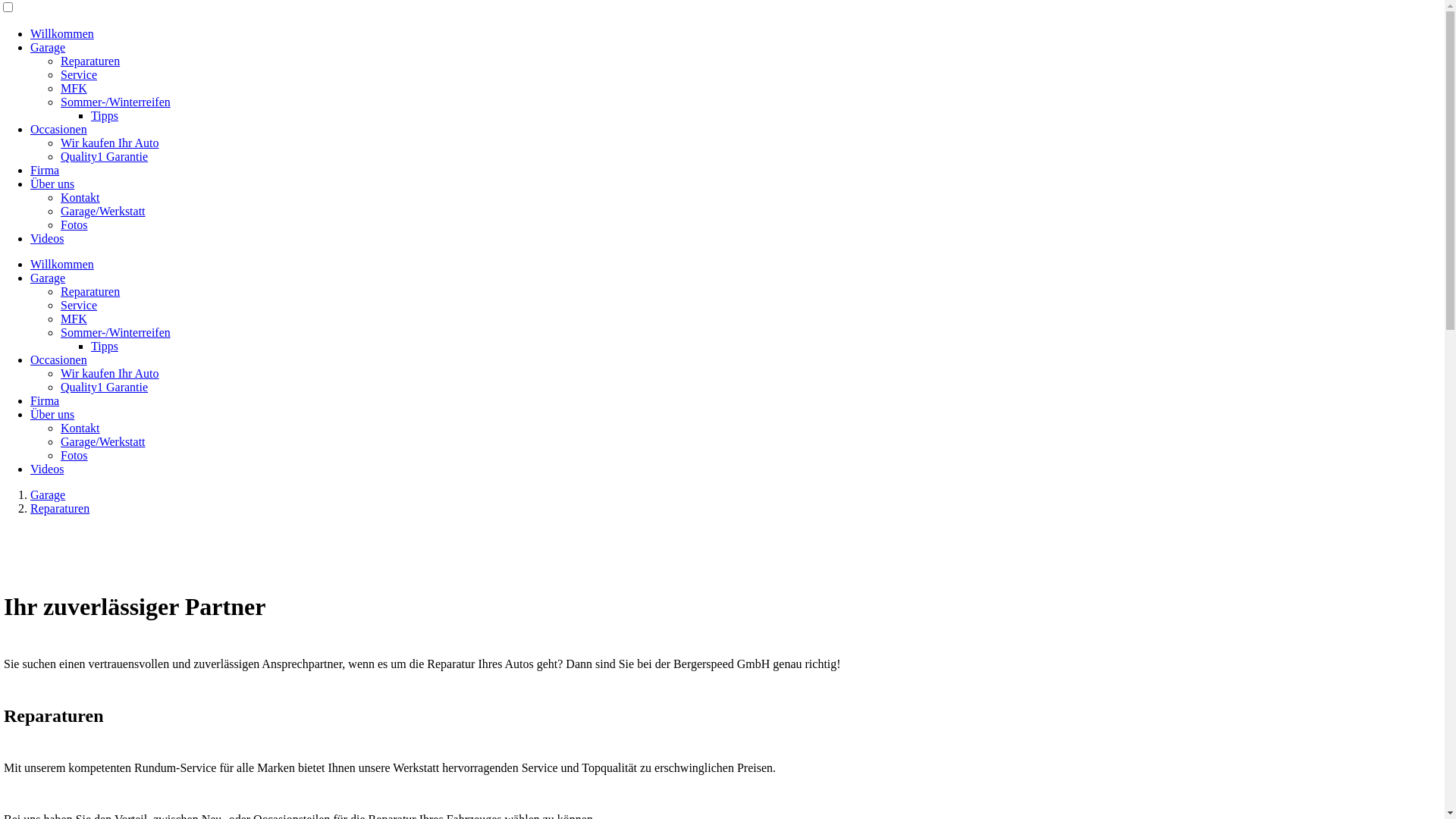 This screenshot has height=819, width=1456. What do you see at coordinates (89, 291) in the screenshot?
I see `'Reparaturen'` at bounding box center [89, 291].